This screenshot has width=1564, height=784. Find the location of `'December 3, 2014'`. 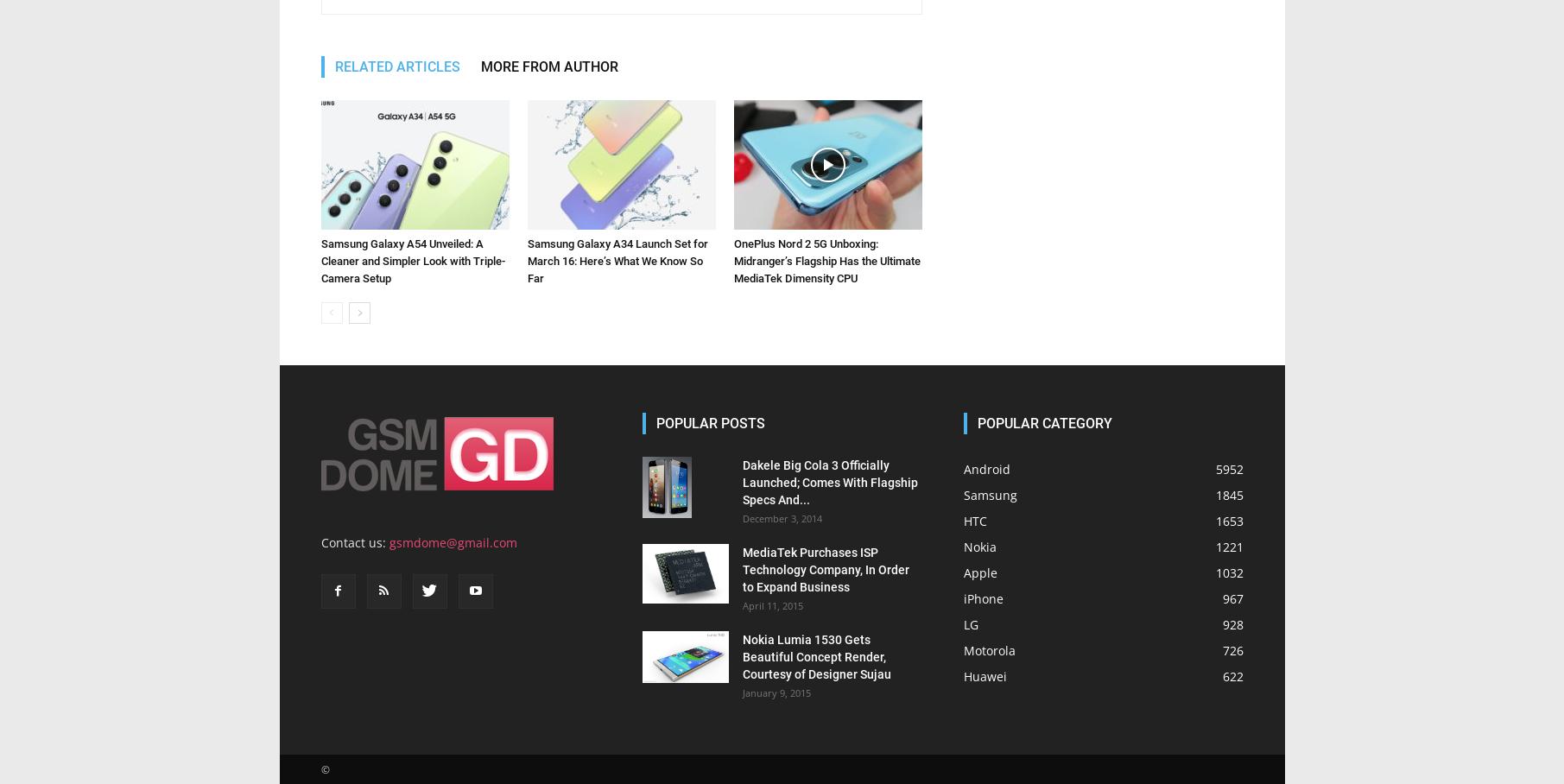

'December 3, 2014' is located at coordinates (781, 518).